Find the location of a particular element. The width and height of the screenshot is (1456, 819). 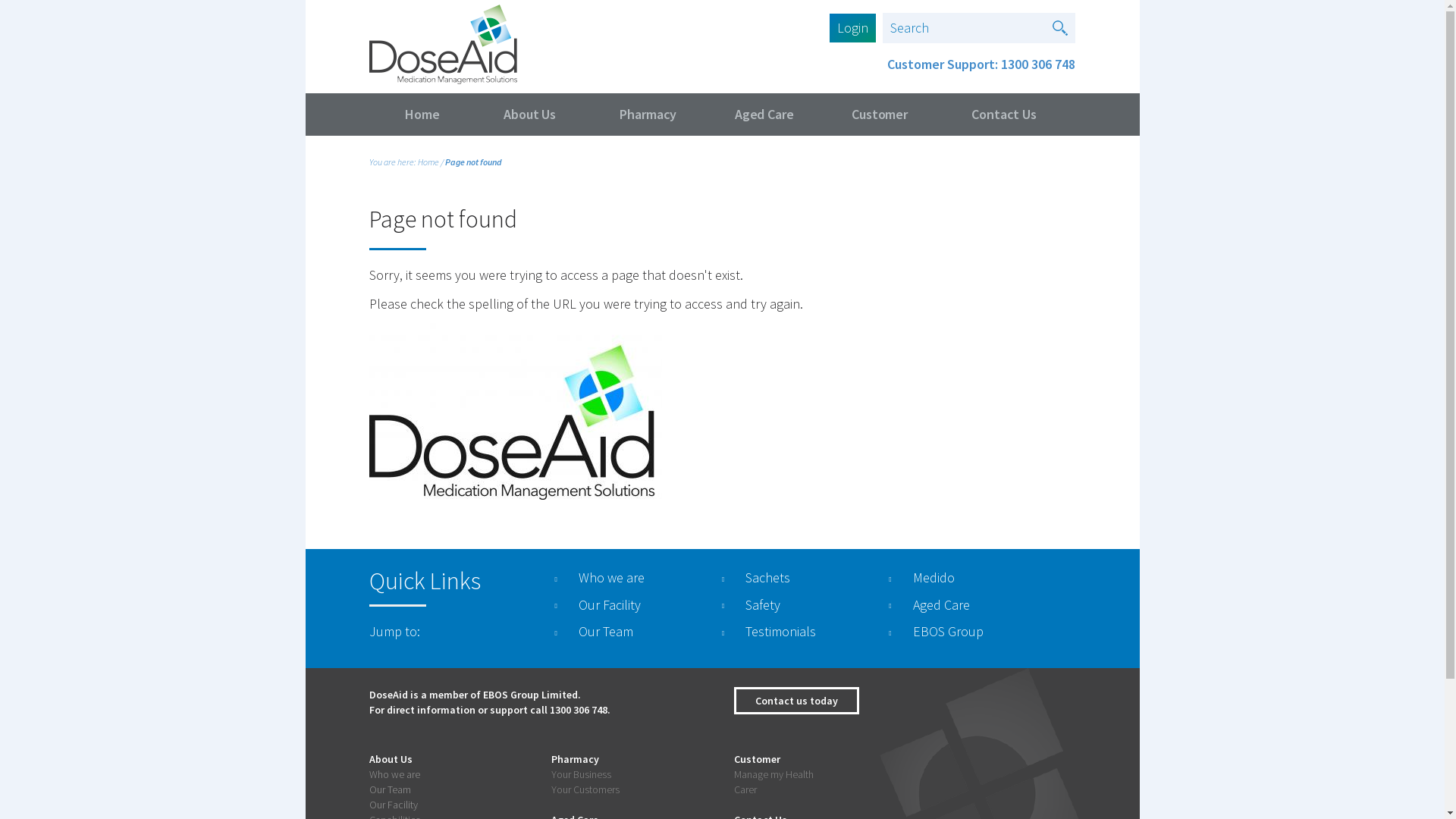

'Home' is located at coordinates (428, 162).